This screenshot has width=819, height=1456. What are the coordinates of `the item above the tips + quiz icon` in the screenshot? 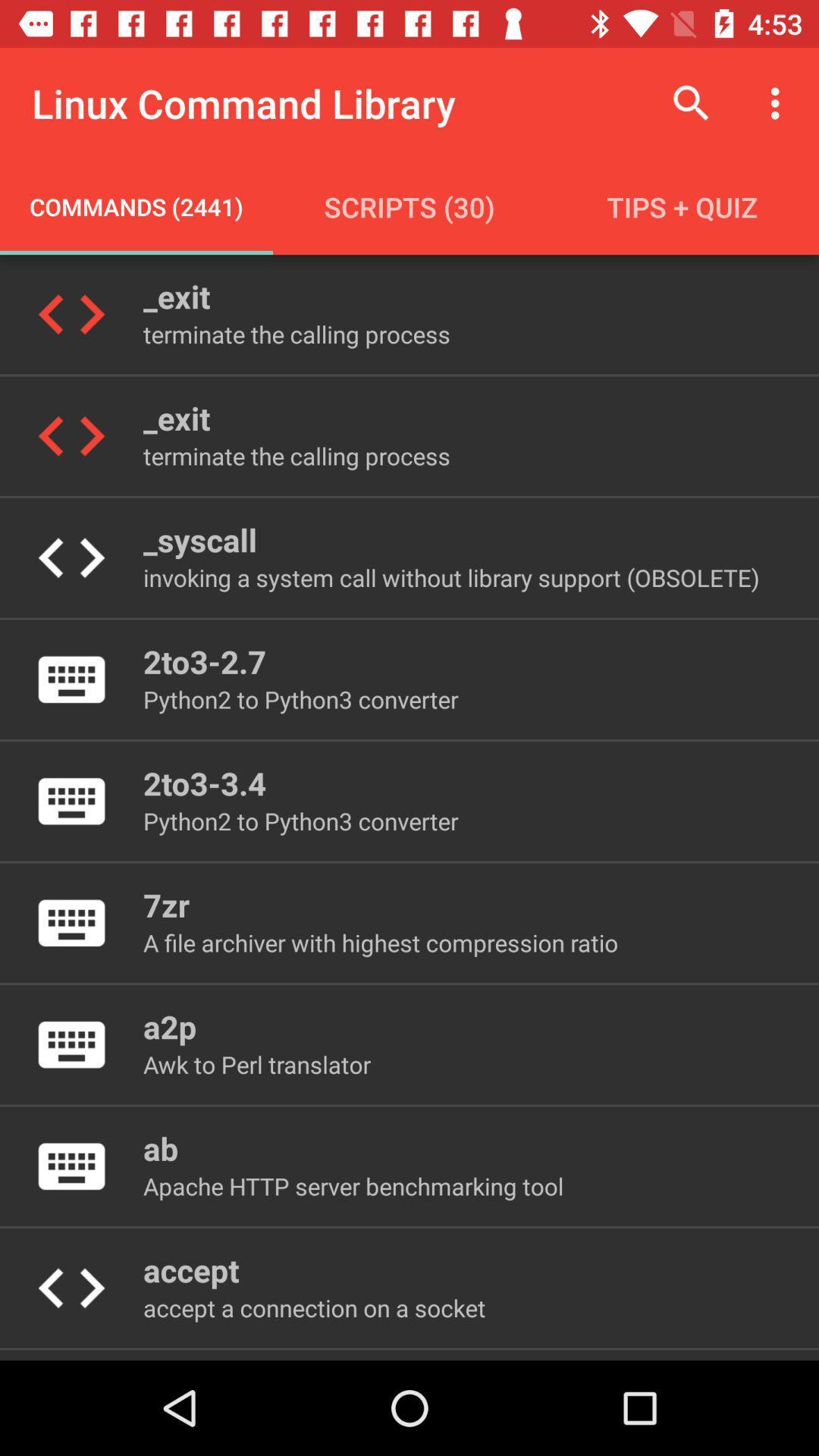 It's located at (779, 102).